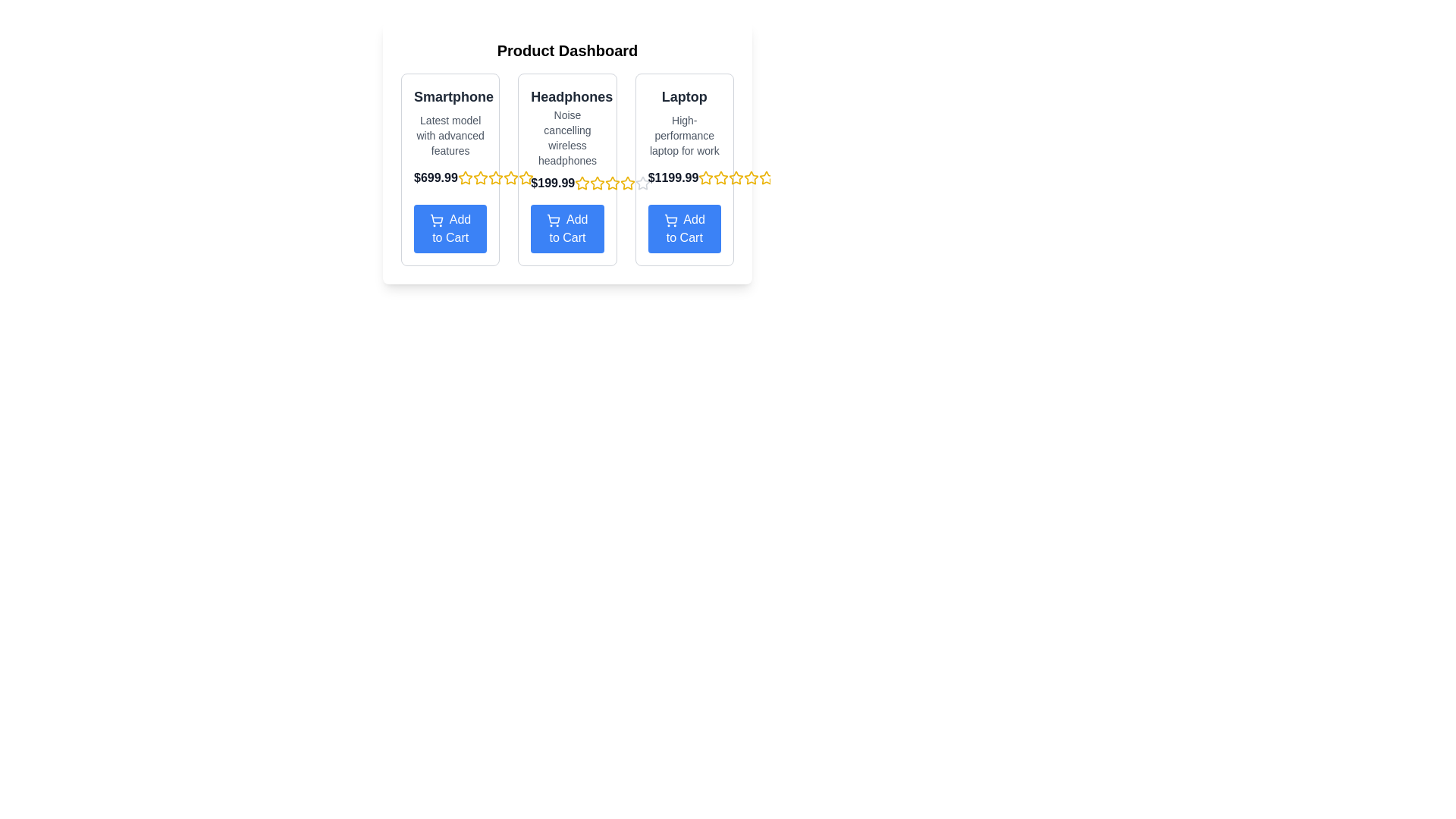  Describe the element at coordinates (720, 177) in the screenshot. I see `the third star icon in the star rating system for the 'Laptop' product, located on the right side of the interface` at that location.